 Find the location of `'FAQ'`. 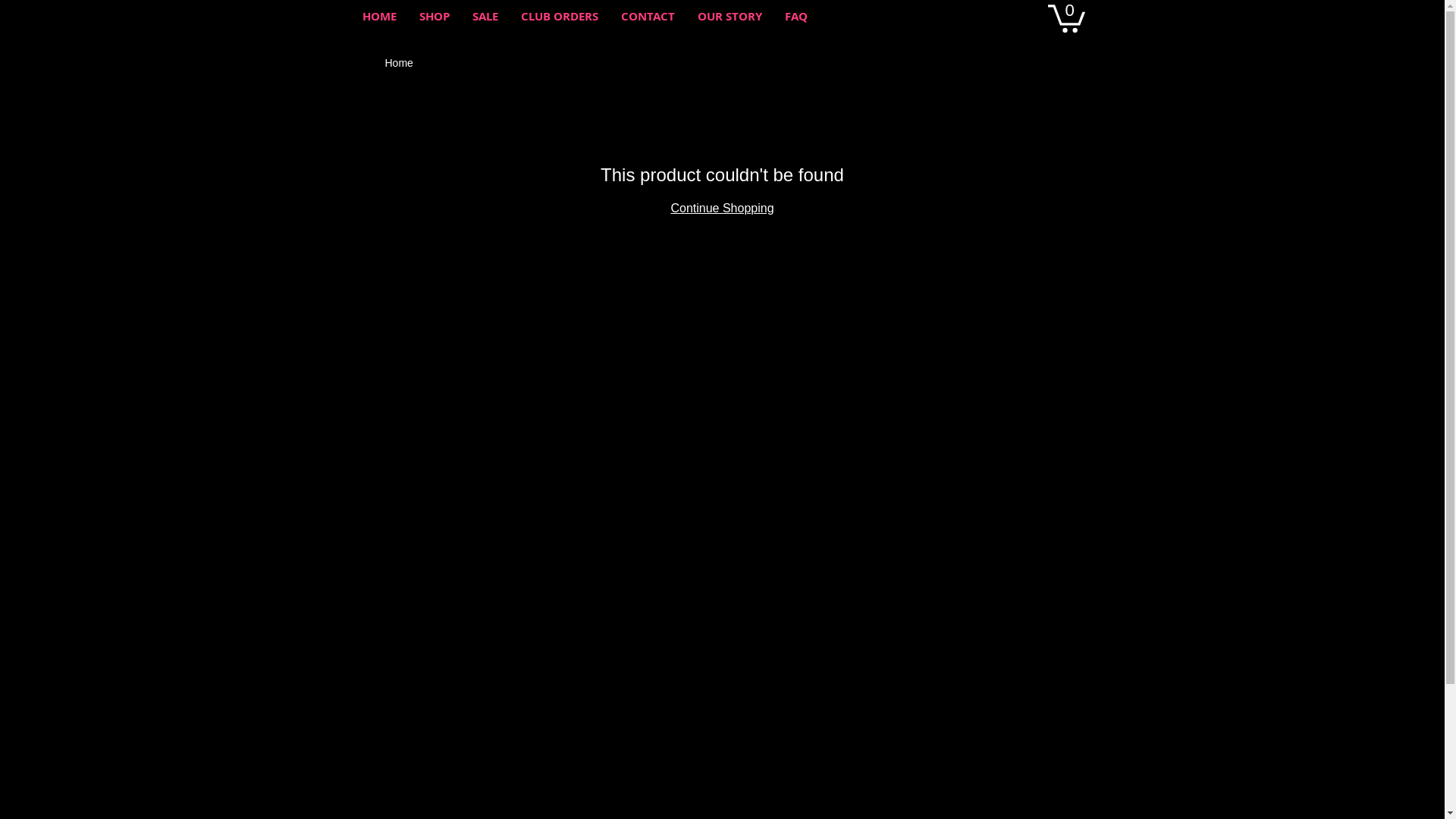

'FAQ' is located at coordinates (795, 17).